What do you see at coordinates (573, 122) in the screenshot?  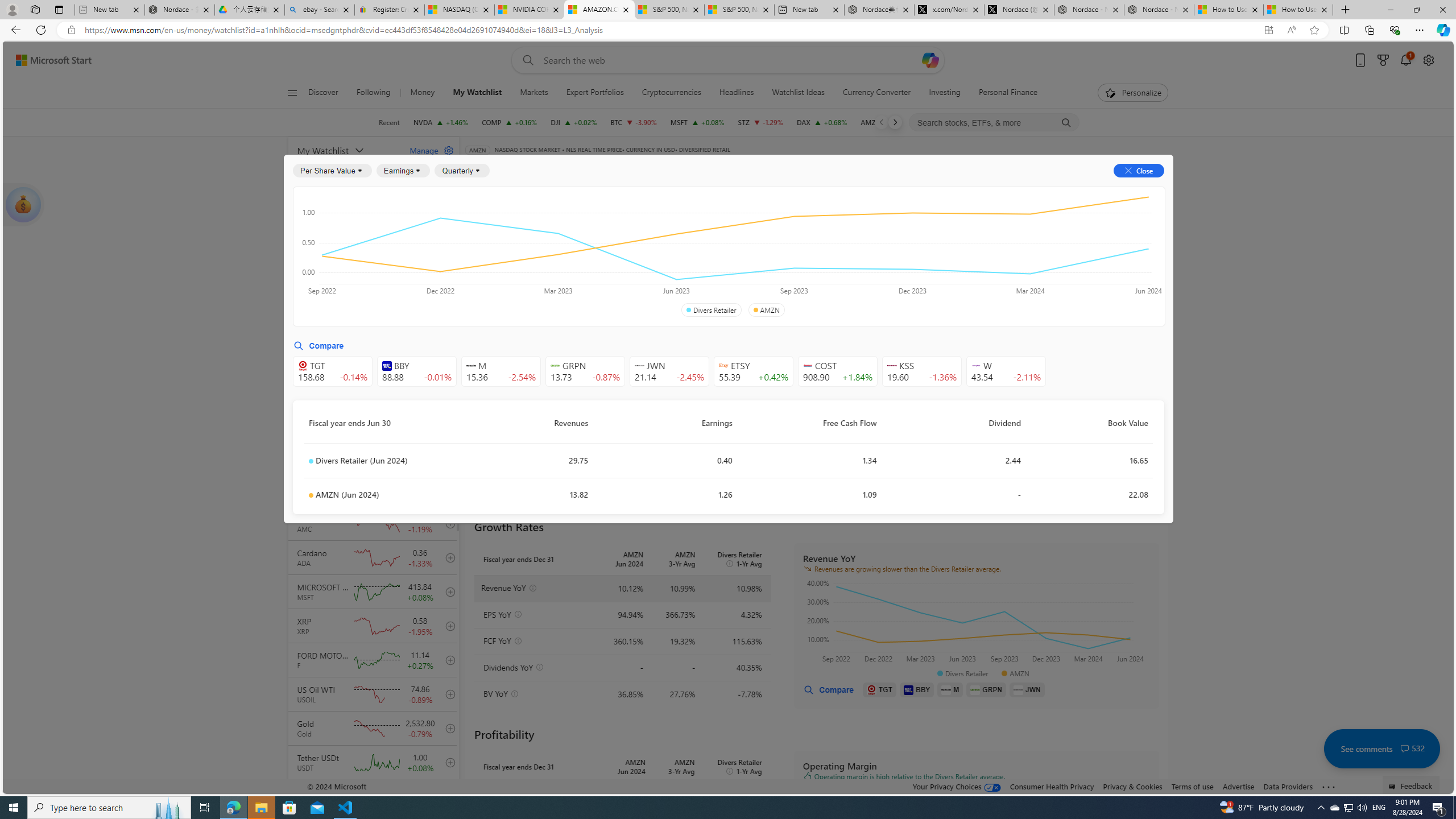 I see `'DJI DOW increase 41,250.50 +9.98 +0.02%'` at bounding box center [573, 122].